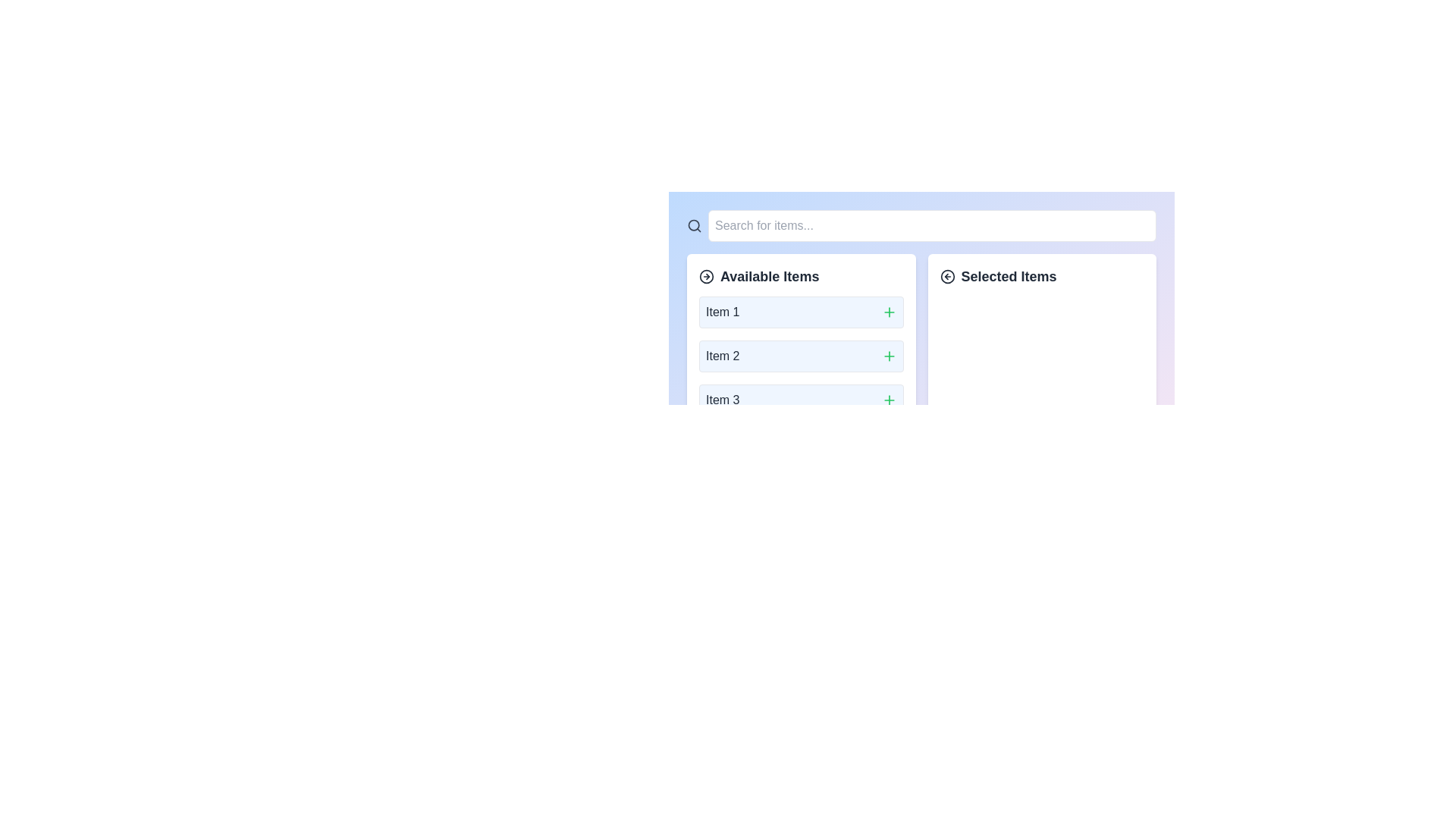 The height and width of the screenshot is (819, 1456). What do you see at coordinates (946, 277) in the screenshot?
I see `the left-pointing arrow icon enclosed within a circular stroke, located to the left of the 'Selected Items' title` at bounding box center [946, 277].